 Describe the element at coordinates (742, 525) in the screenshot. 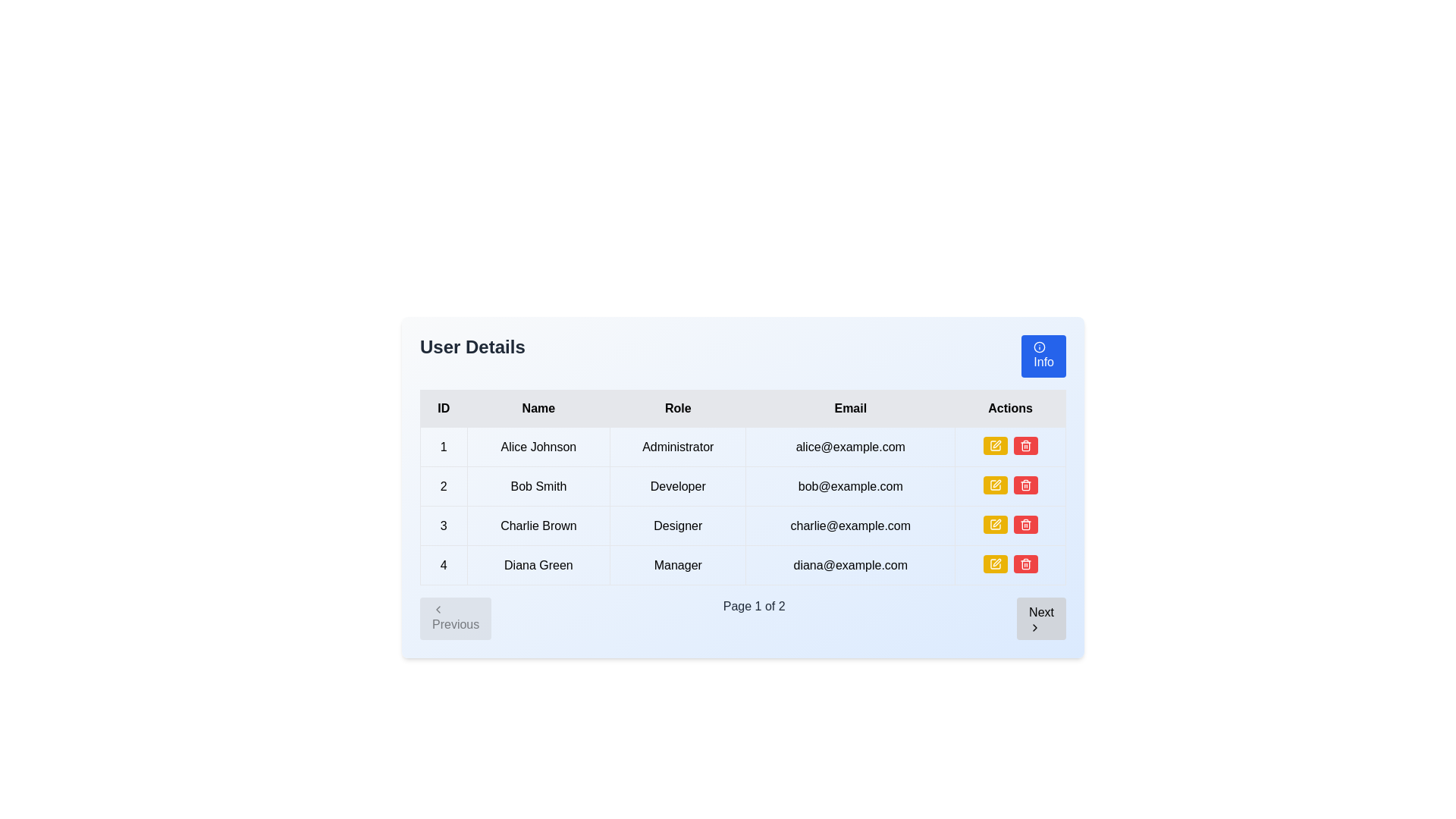

I see `the third row of the user information table that displays data for 'Charlie Brown'` at that location.